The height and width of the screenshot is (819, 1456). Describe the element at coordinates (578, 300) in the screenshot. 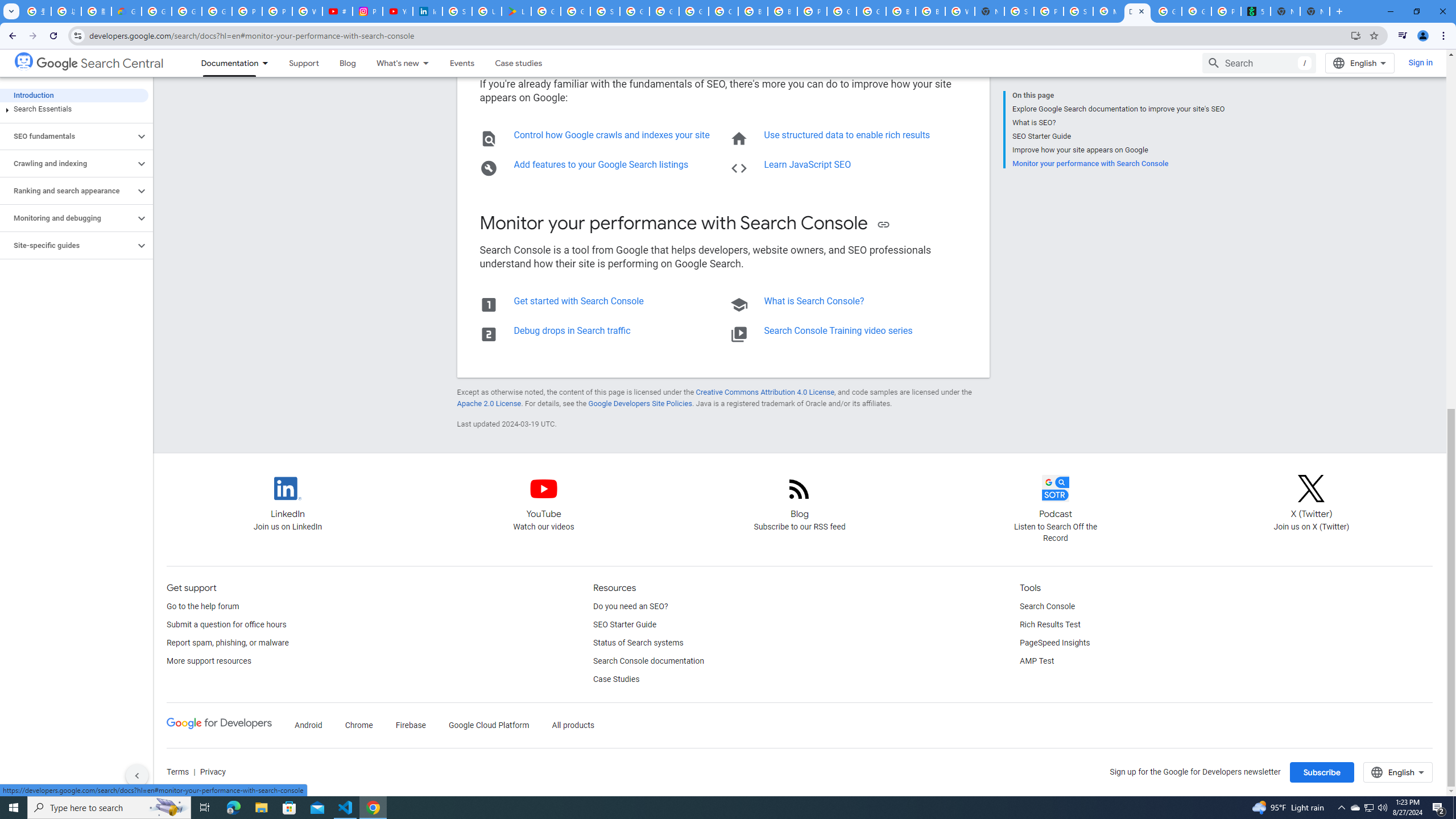

I see `'Get started with Search Console'` at that location.